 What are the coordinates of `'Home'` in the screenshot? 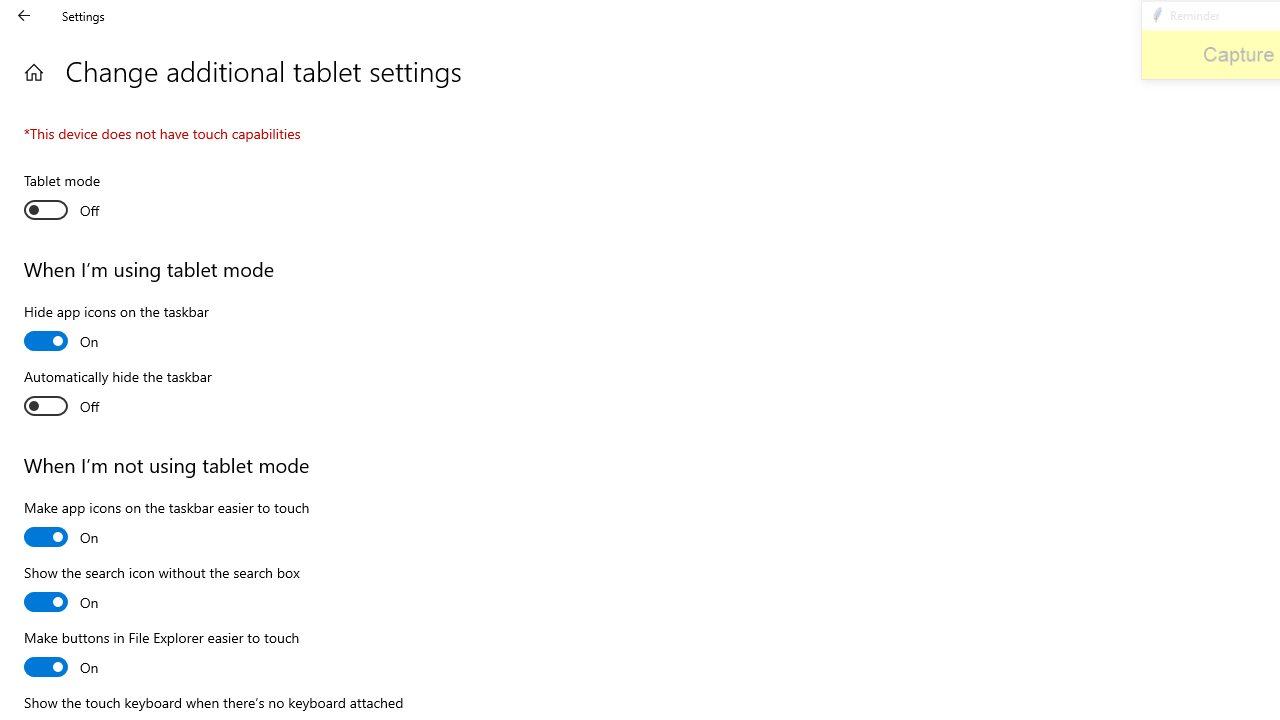 It's located at (33, 71).